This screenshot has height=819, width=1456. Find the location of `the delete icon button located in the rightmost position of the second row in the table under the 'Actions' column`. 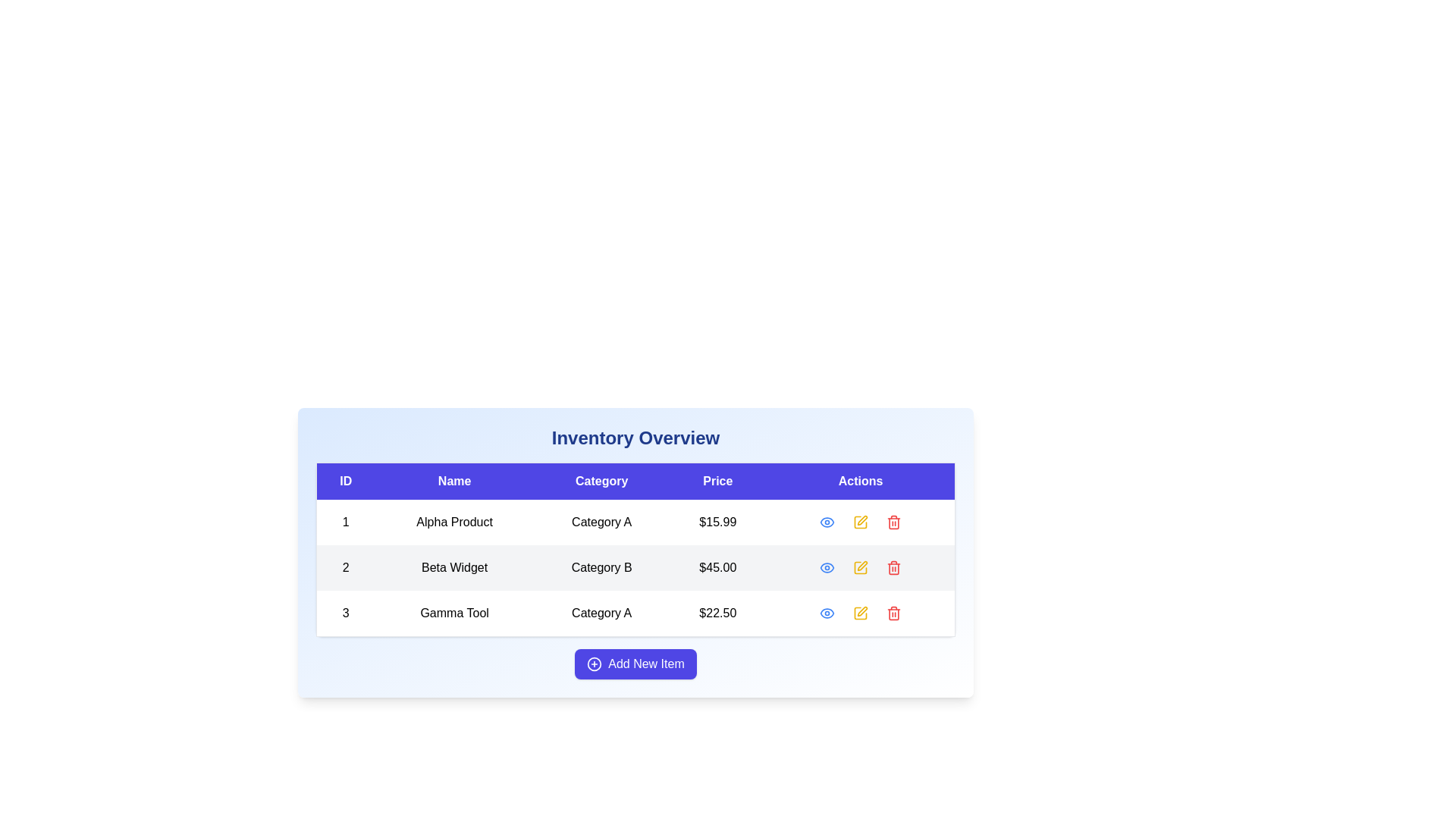

the delete icon button located in the rightmost position of the second row in the table under the 'Actions' column is located at coordinates (894, 567).